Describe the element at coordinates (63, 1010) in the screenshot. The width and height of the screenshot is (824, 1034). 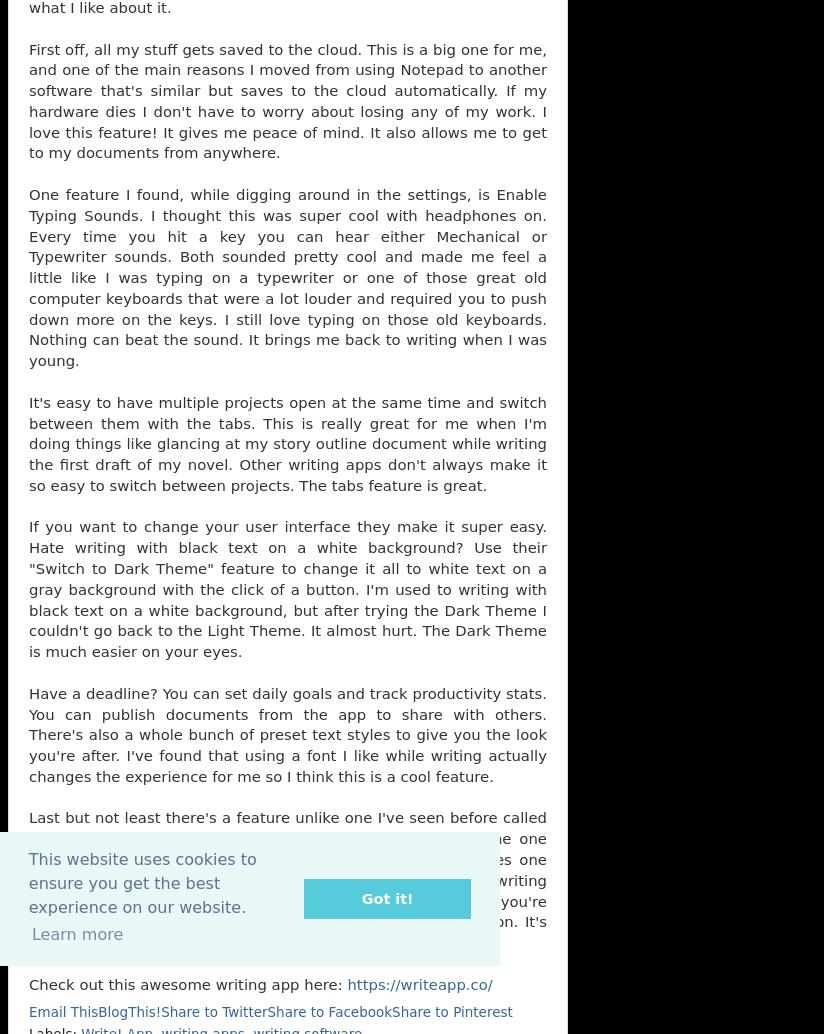
I see `'Email This'` at that location.